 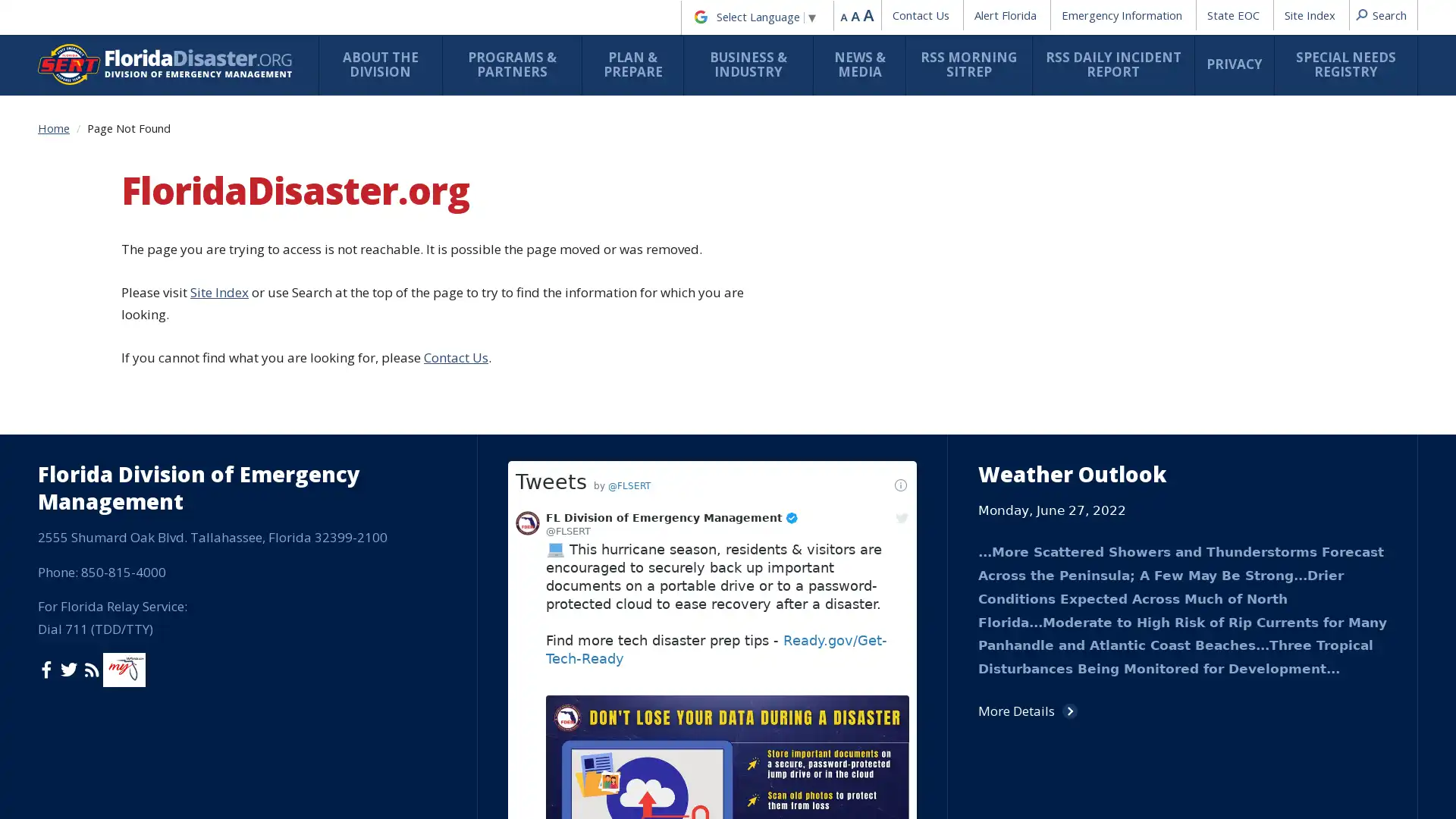 I want to click on Toggle More, so click(x=455, y=175).